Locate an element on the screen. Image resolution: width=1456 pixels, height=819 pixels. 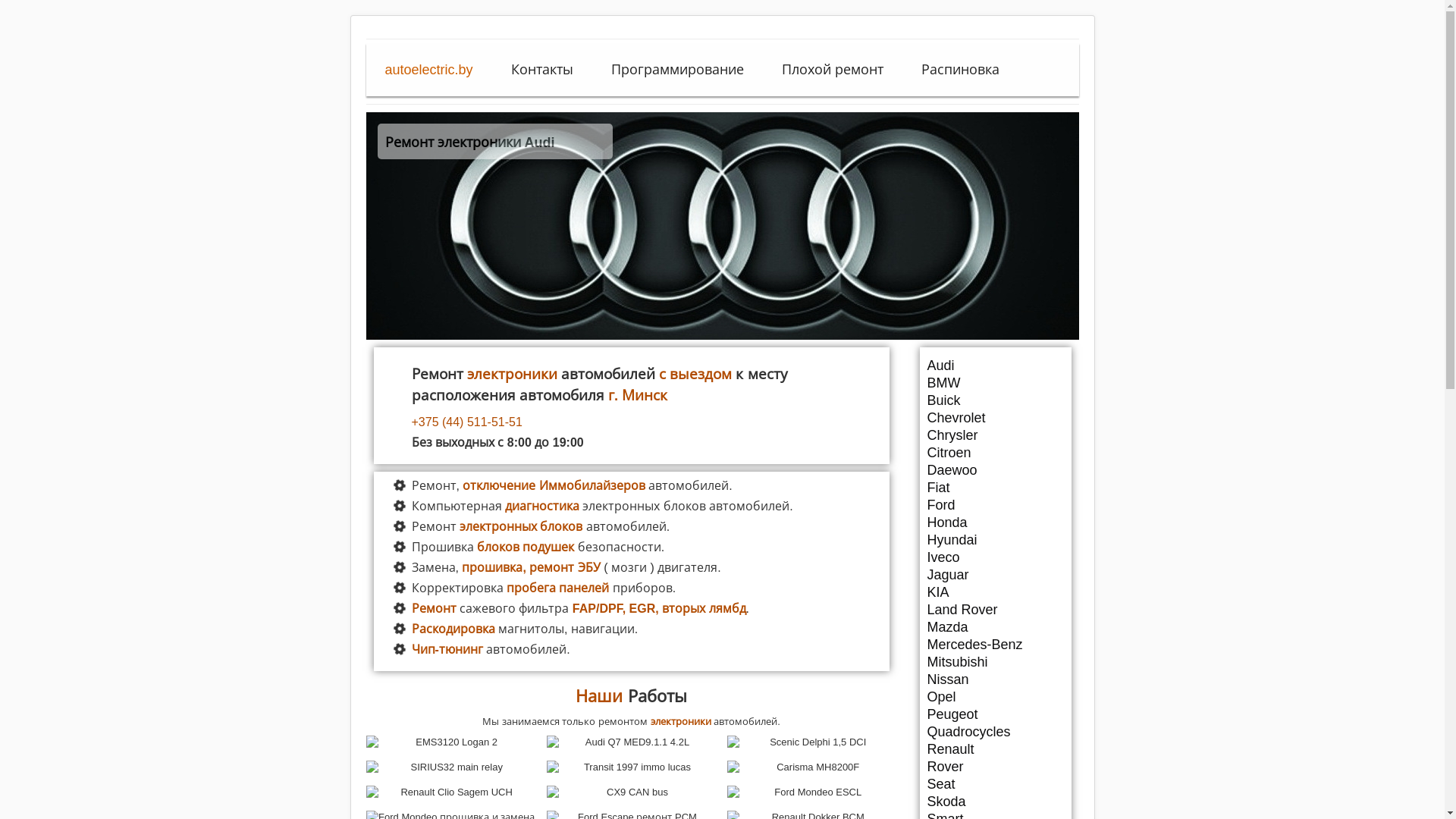
'Buick' is located at coordinates (994, 400).